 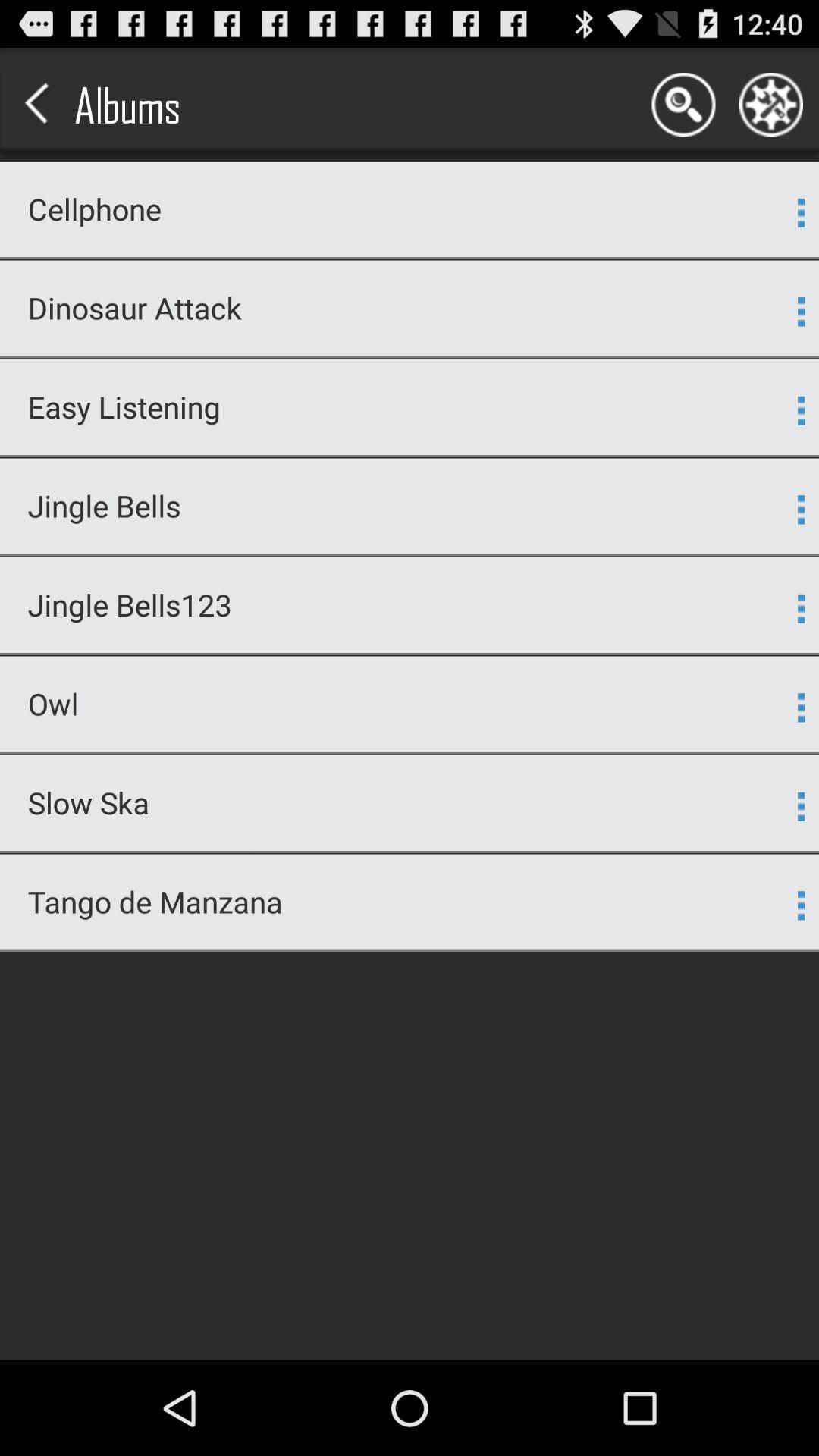 What do you see at coordinates (800, 311) in the screenshot?
I see `app next to dinosaur attack app` at bounding box center [800, 311].